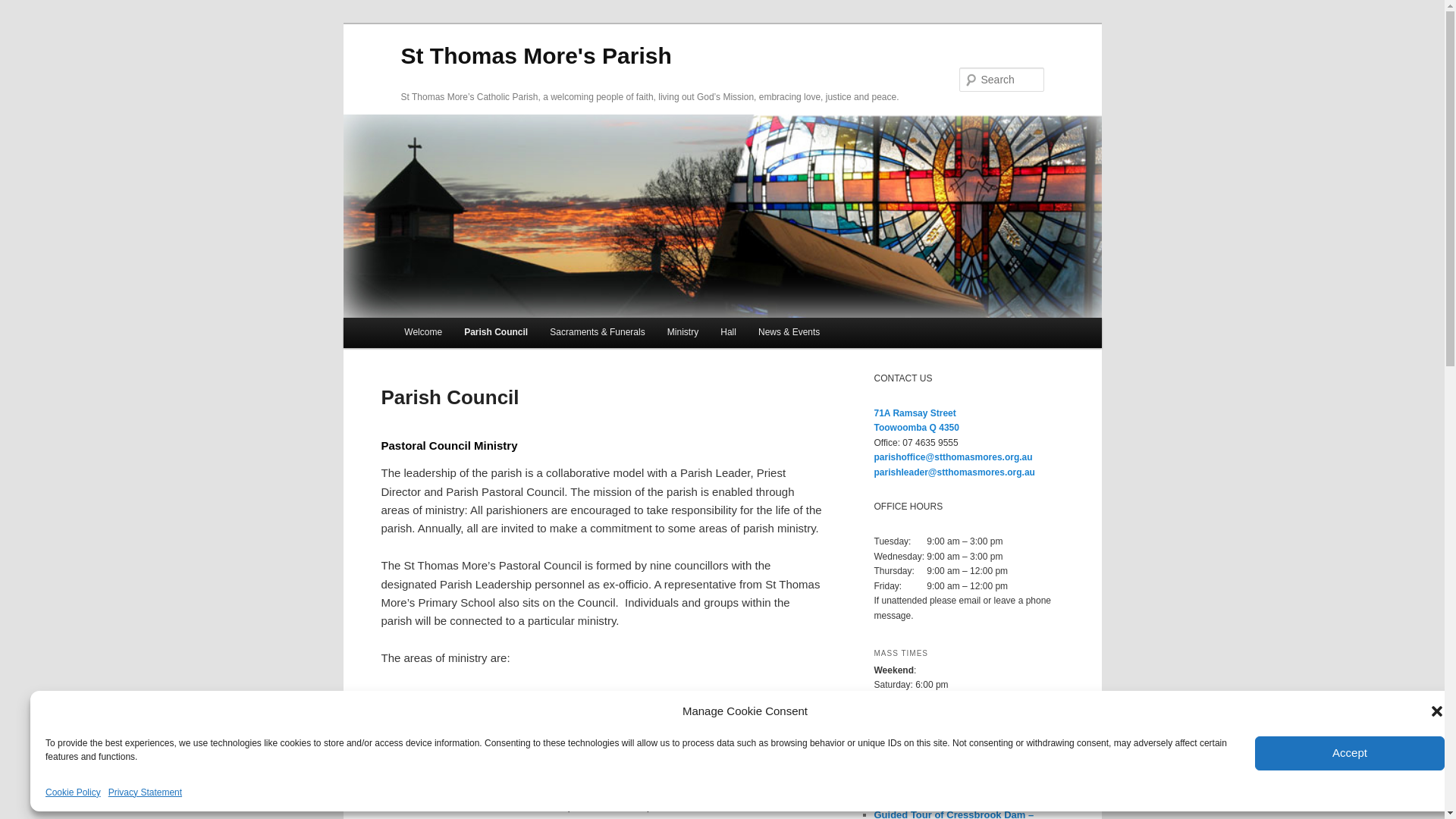 The image size is (1456, 819). I want to click on 'Search', so click(24, 8).